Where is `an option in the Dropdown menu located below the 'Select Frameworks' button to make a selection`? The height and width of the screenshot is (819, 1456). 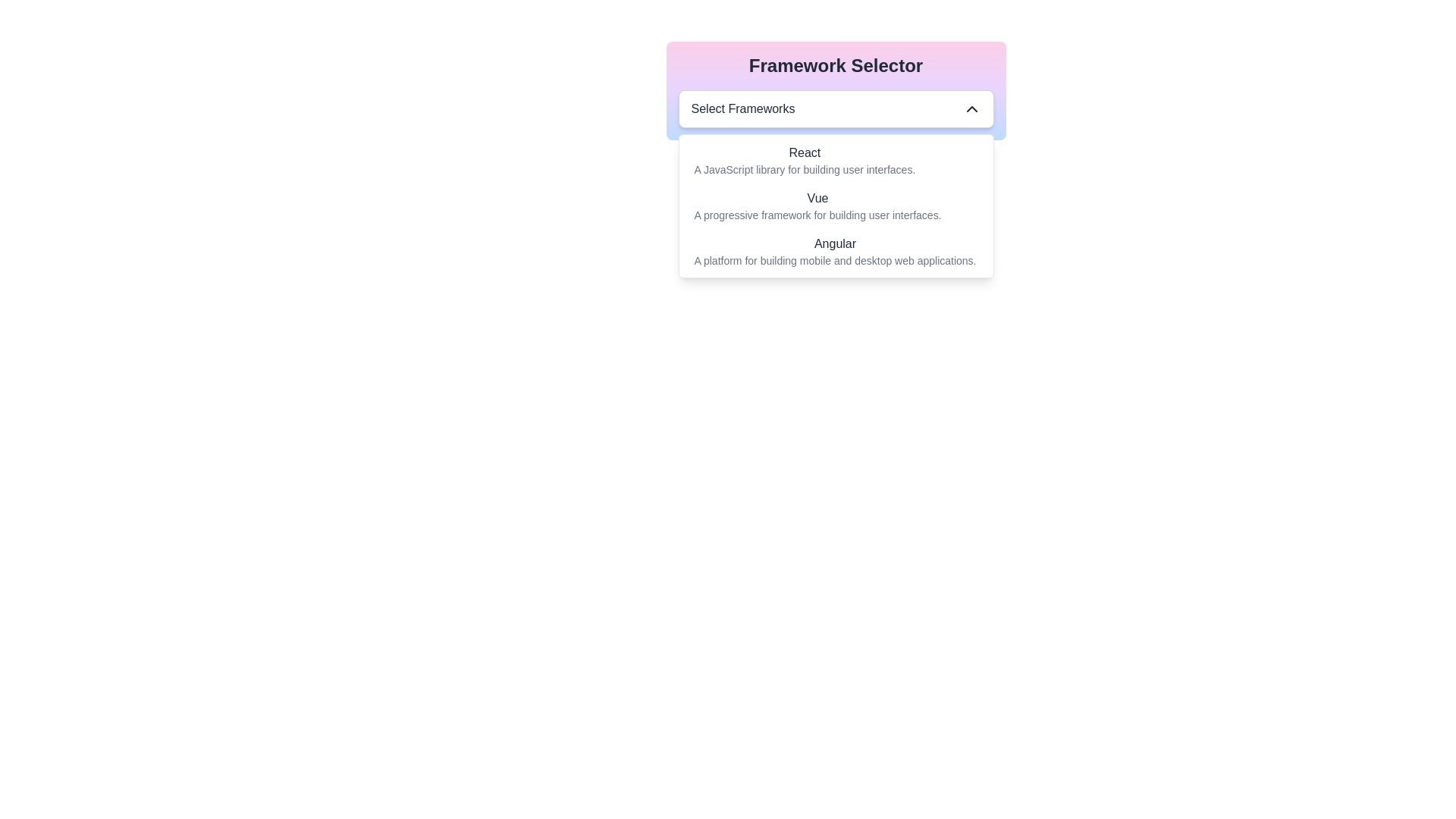 an option in the Dropdown menu located below the 'Select Frameworks' button to make a selection is located at coordinates (835, 206).